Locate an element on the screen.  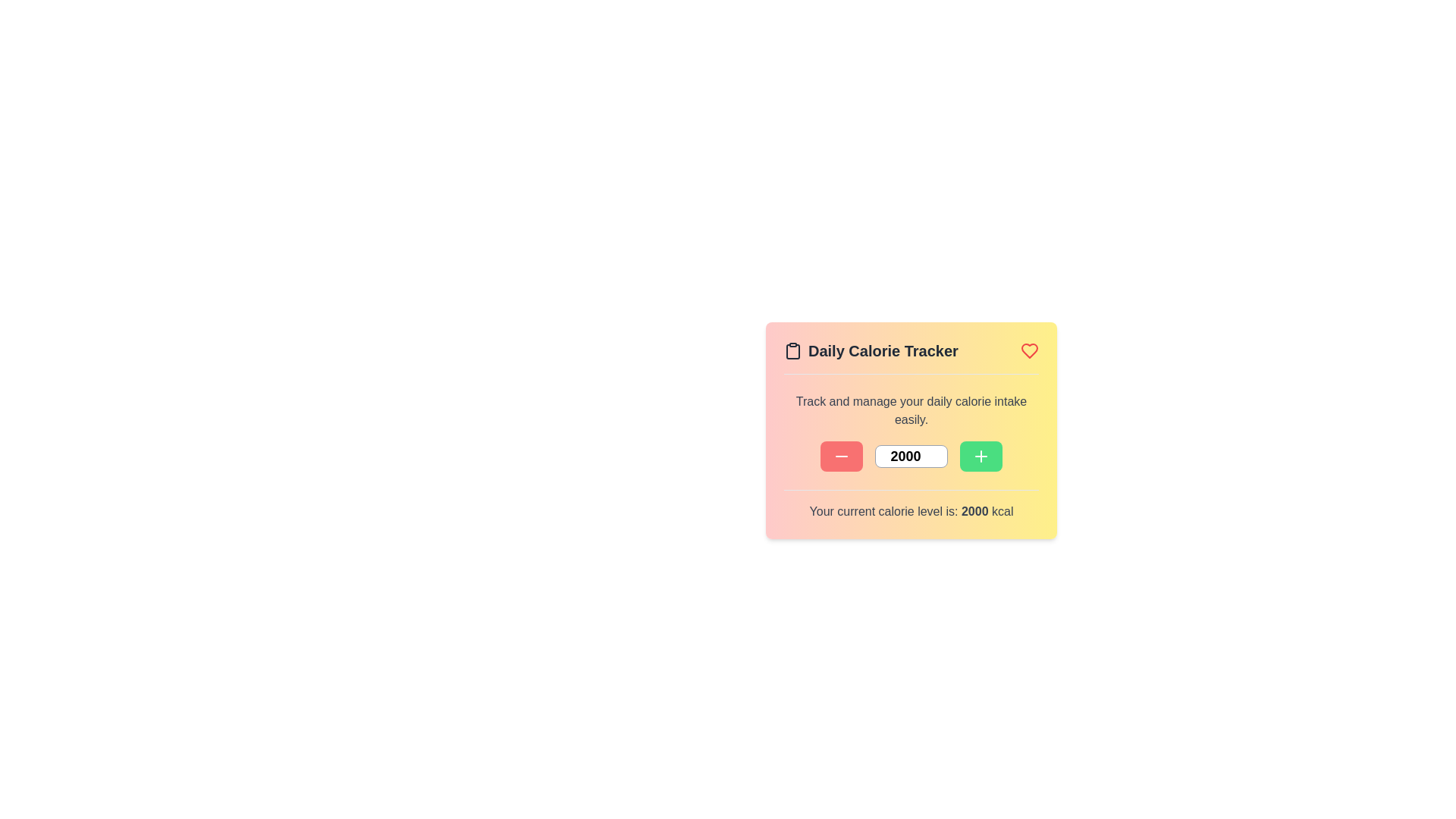
the calorie level is located at coordinates (910, 455).